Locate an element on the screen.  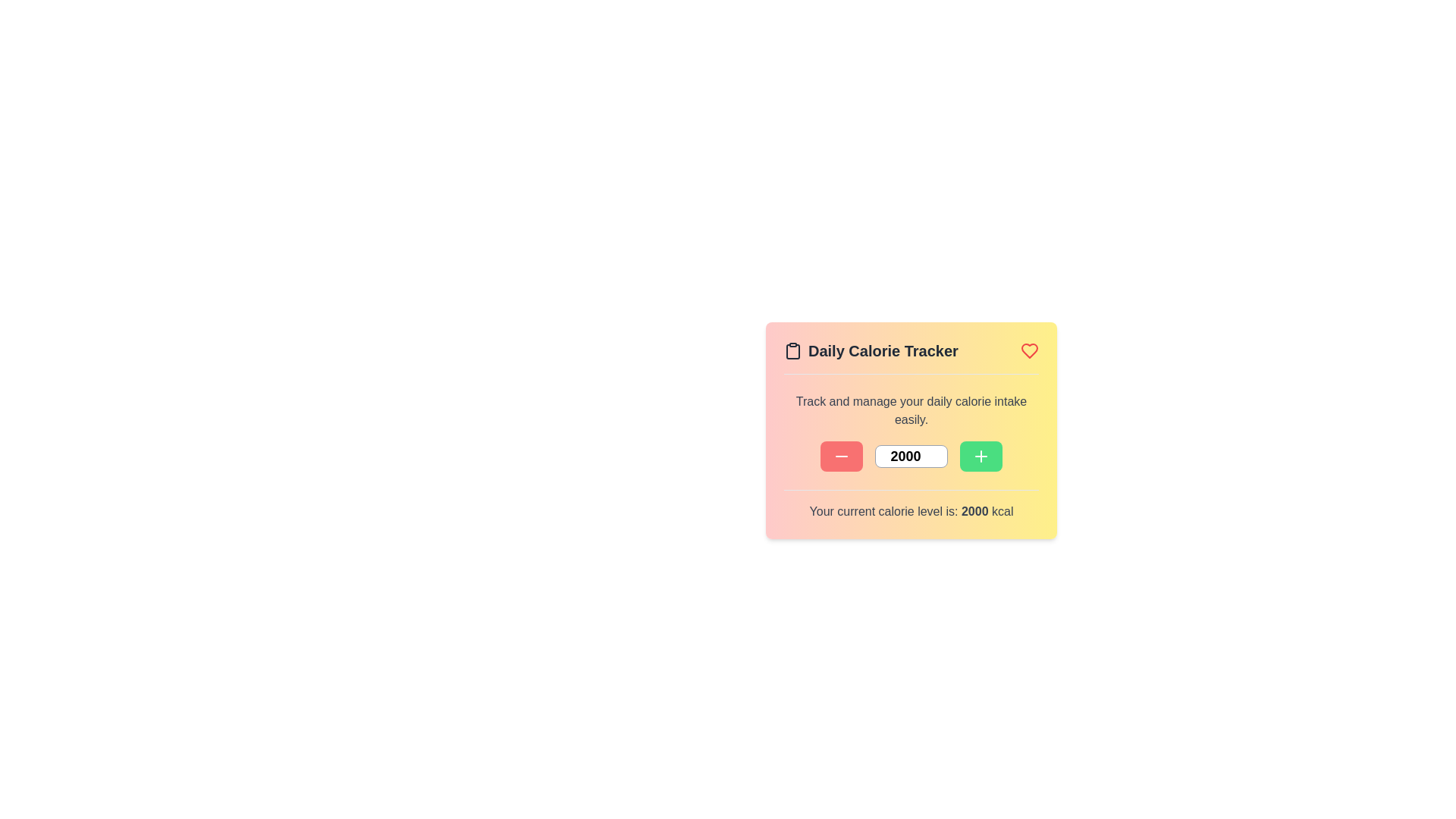
the calorie level is located at coordinates (910, 455).